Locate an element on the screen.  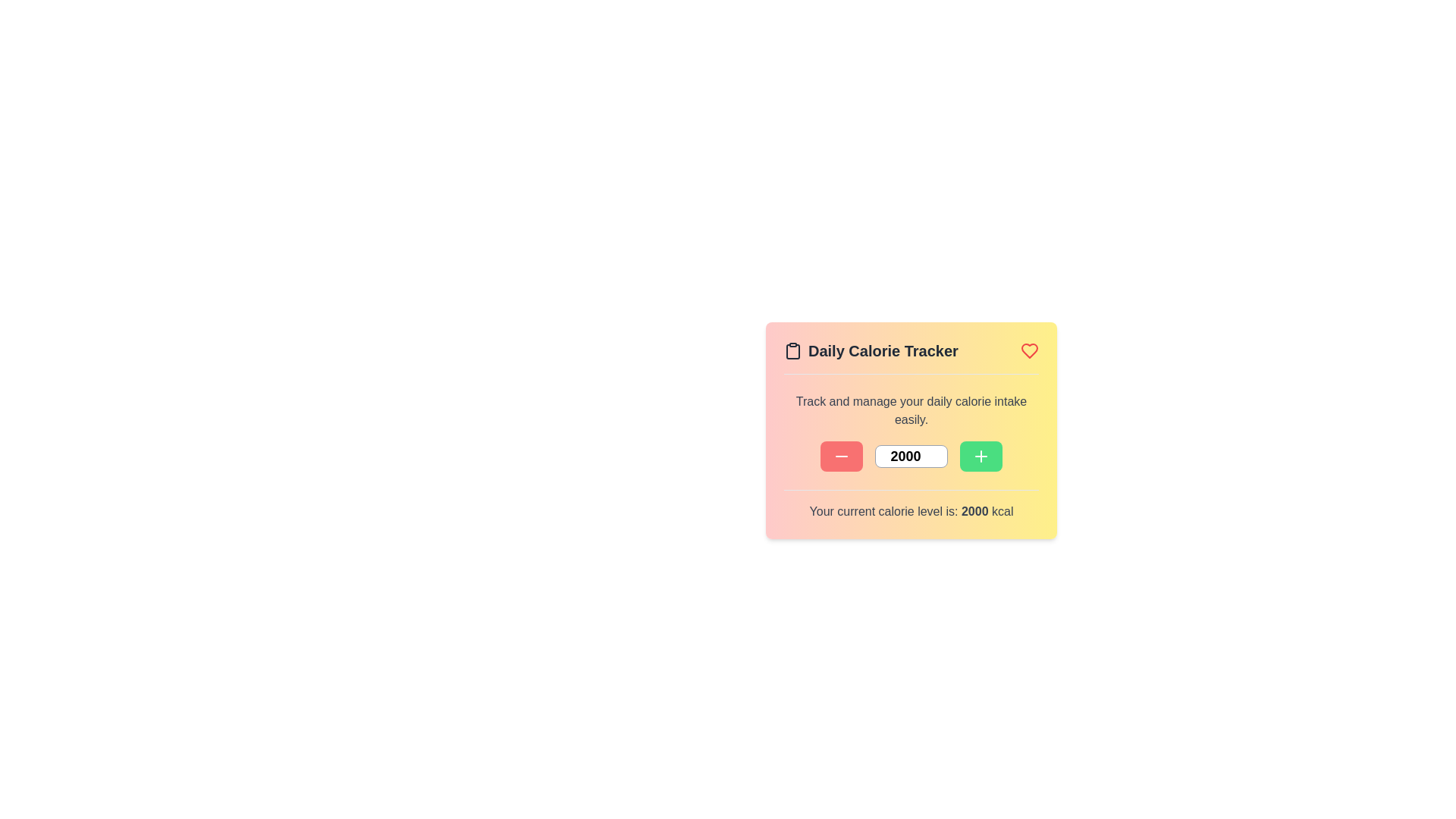
the calorie level is located at coordinates (910, 455).